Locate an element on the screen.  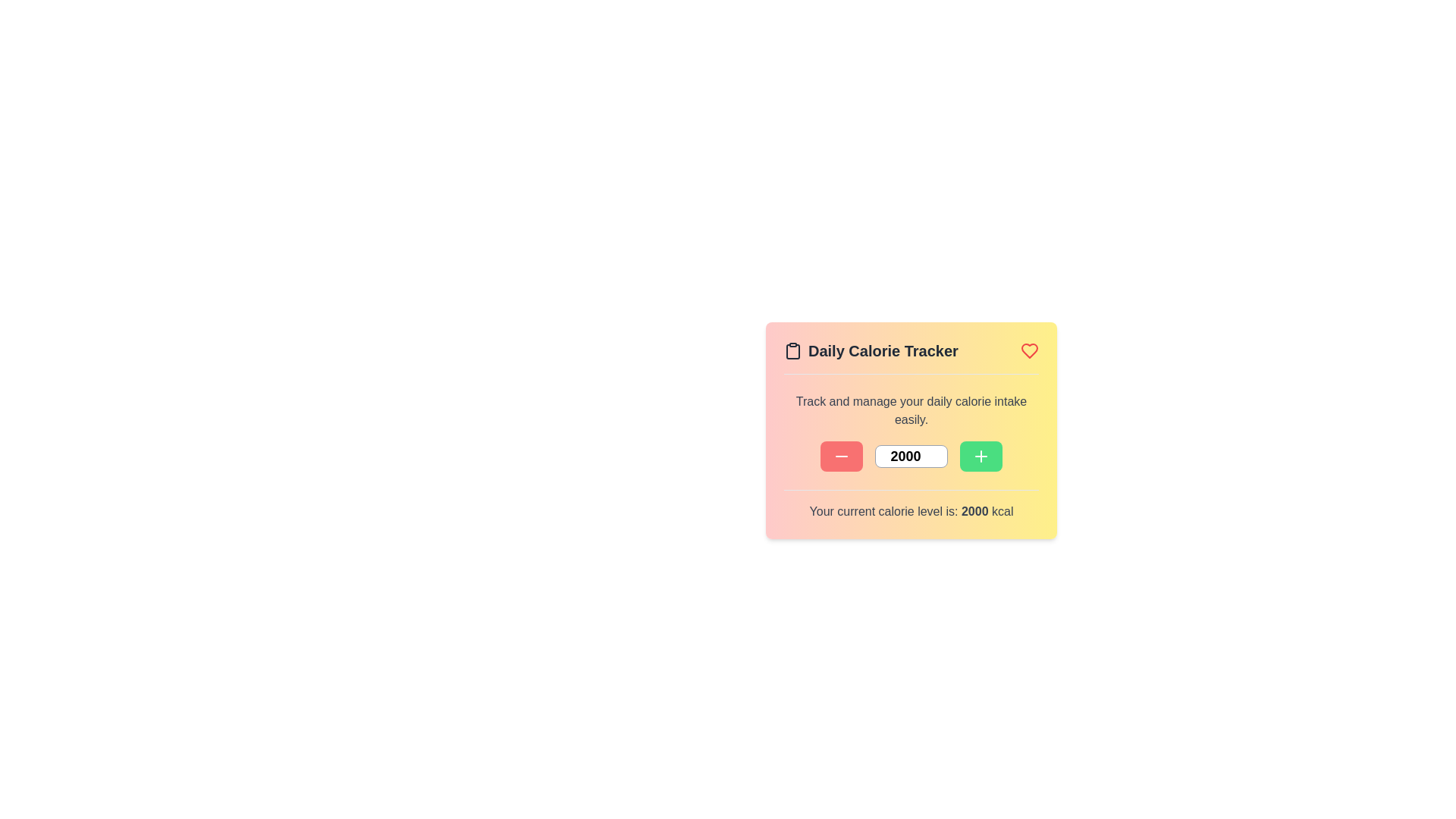
the calorie level is located at coordinates (910, 455).